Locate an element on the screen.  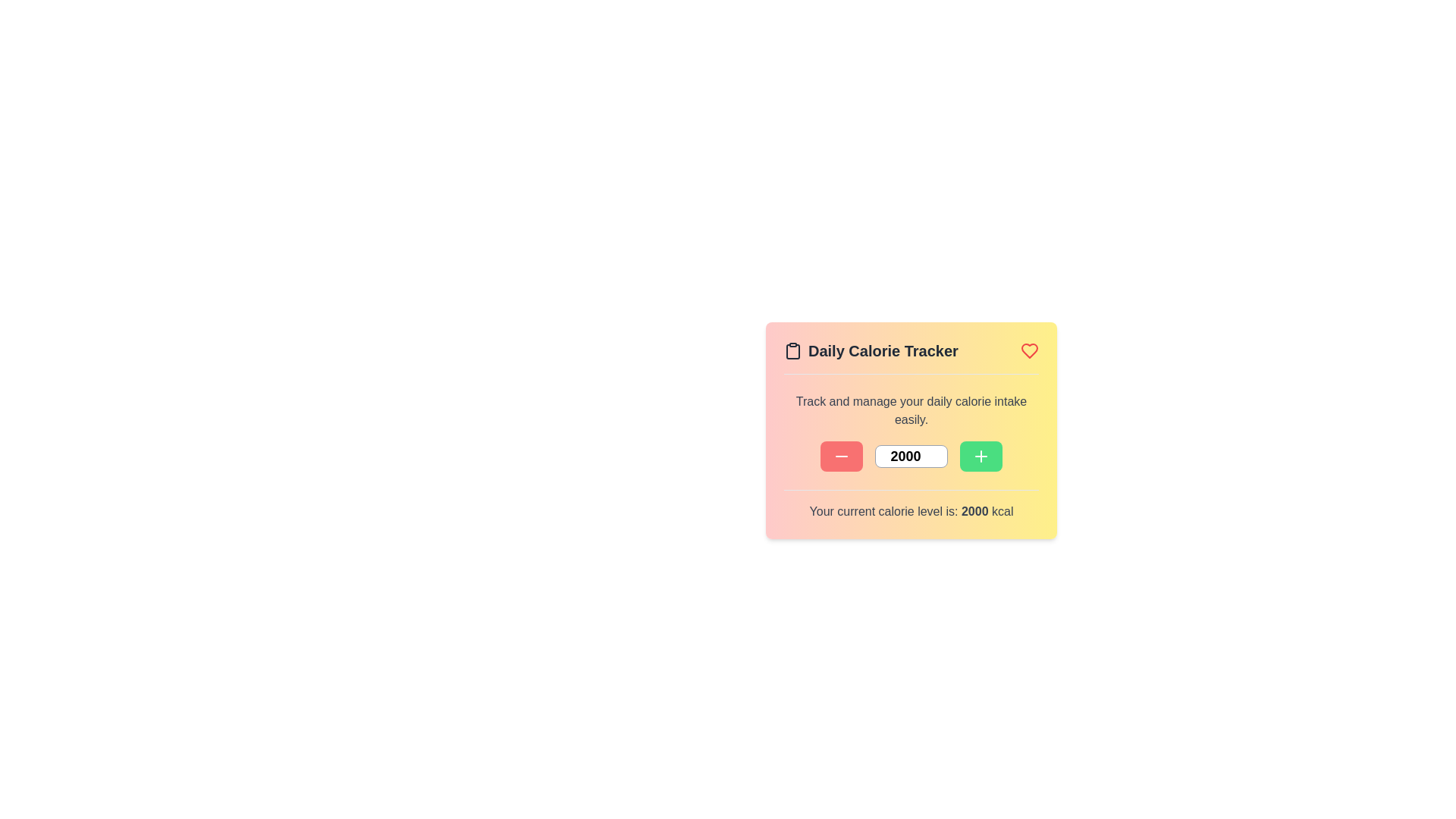
the calorie level is located at coordinates (910, 455).